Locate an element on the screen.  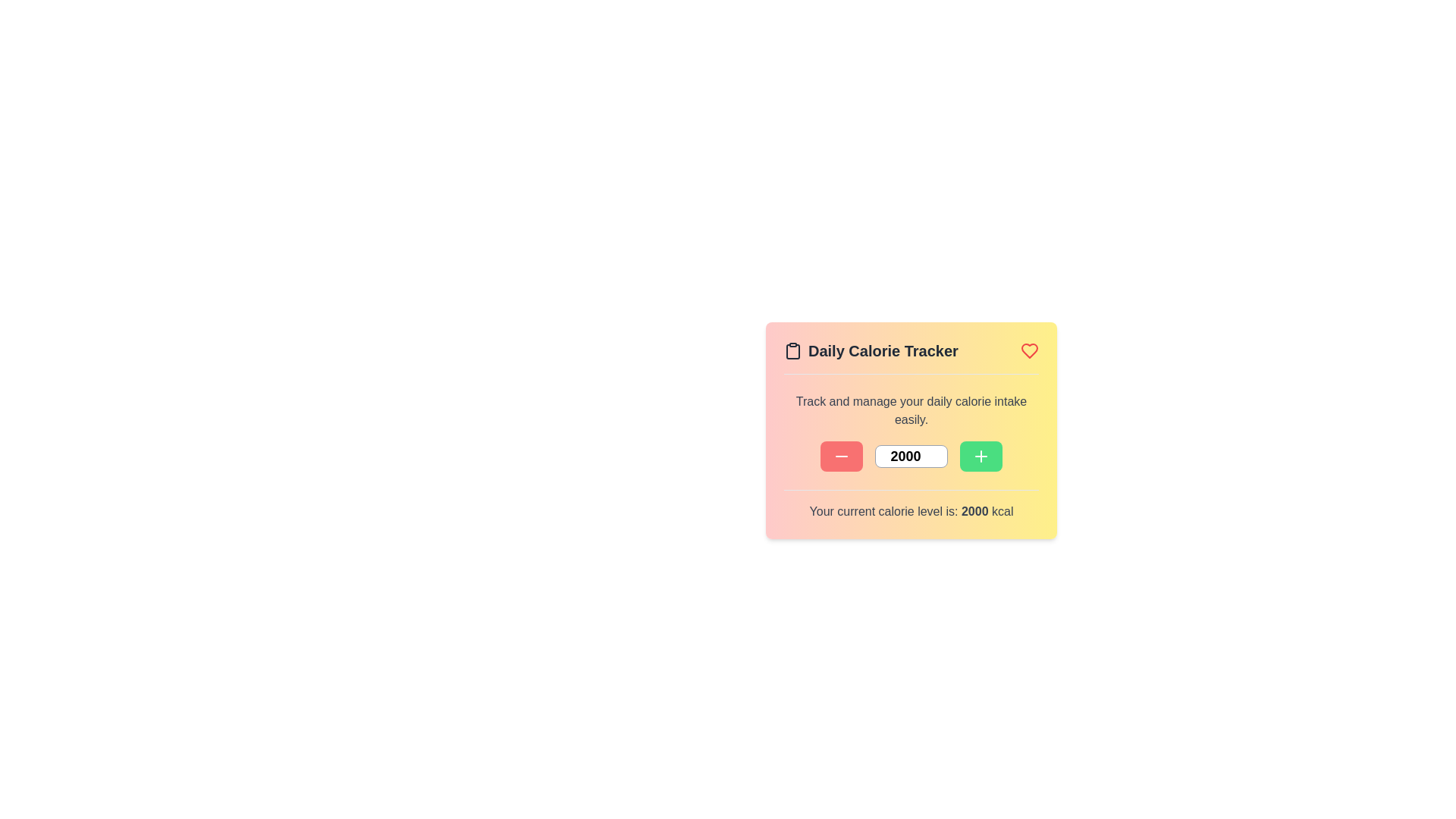
the calorie level is located at coordinates (910, 455).